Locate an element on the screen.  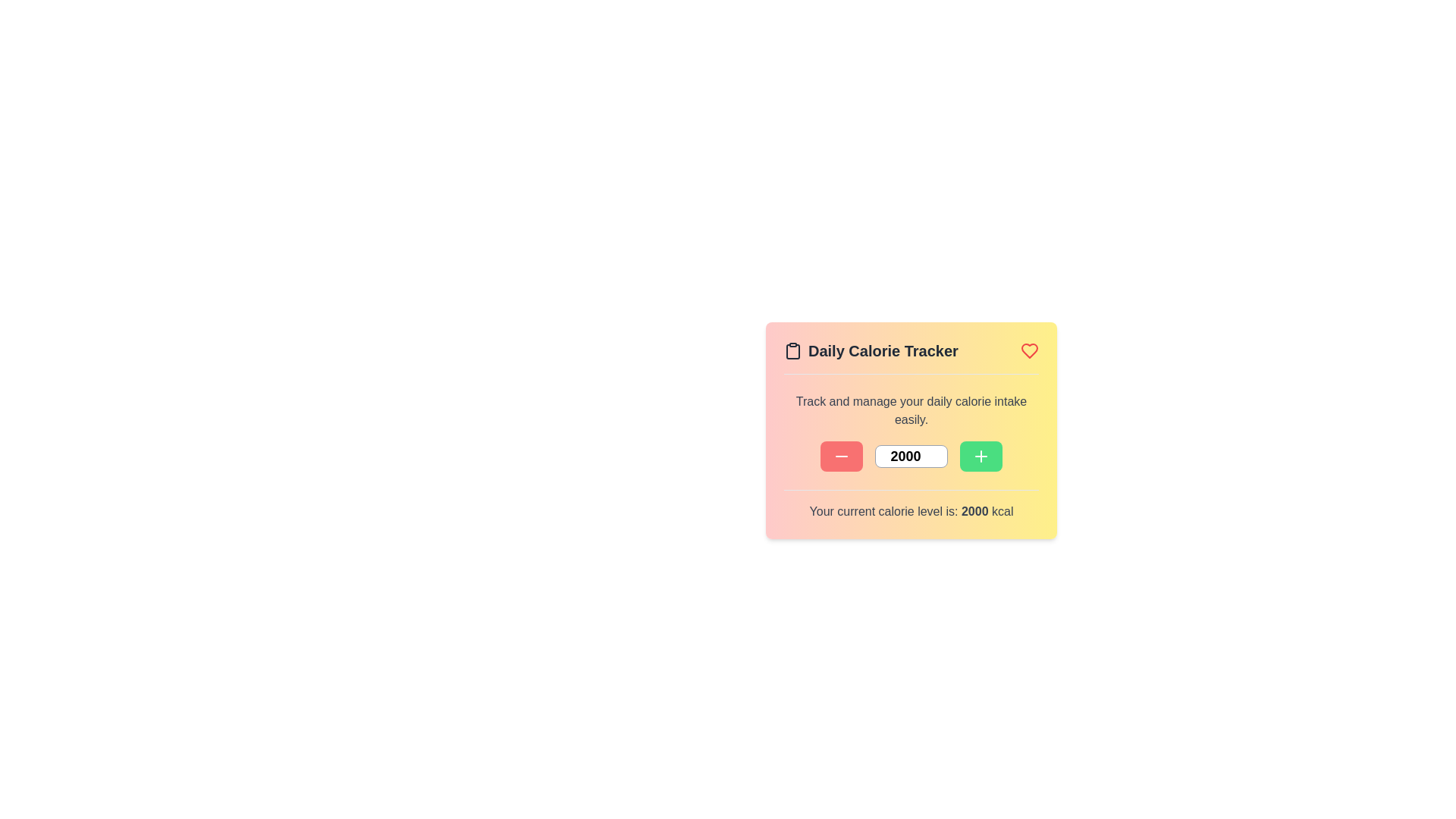
the calorie level is located at coordinates (910, 455).